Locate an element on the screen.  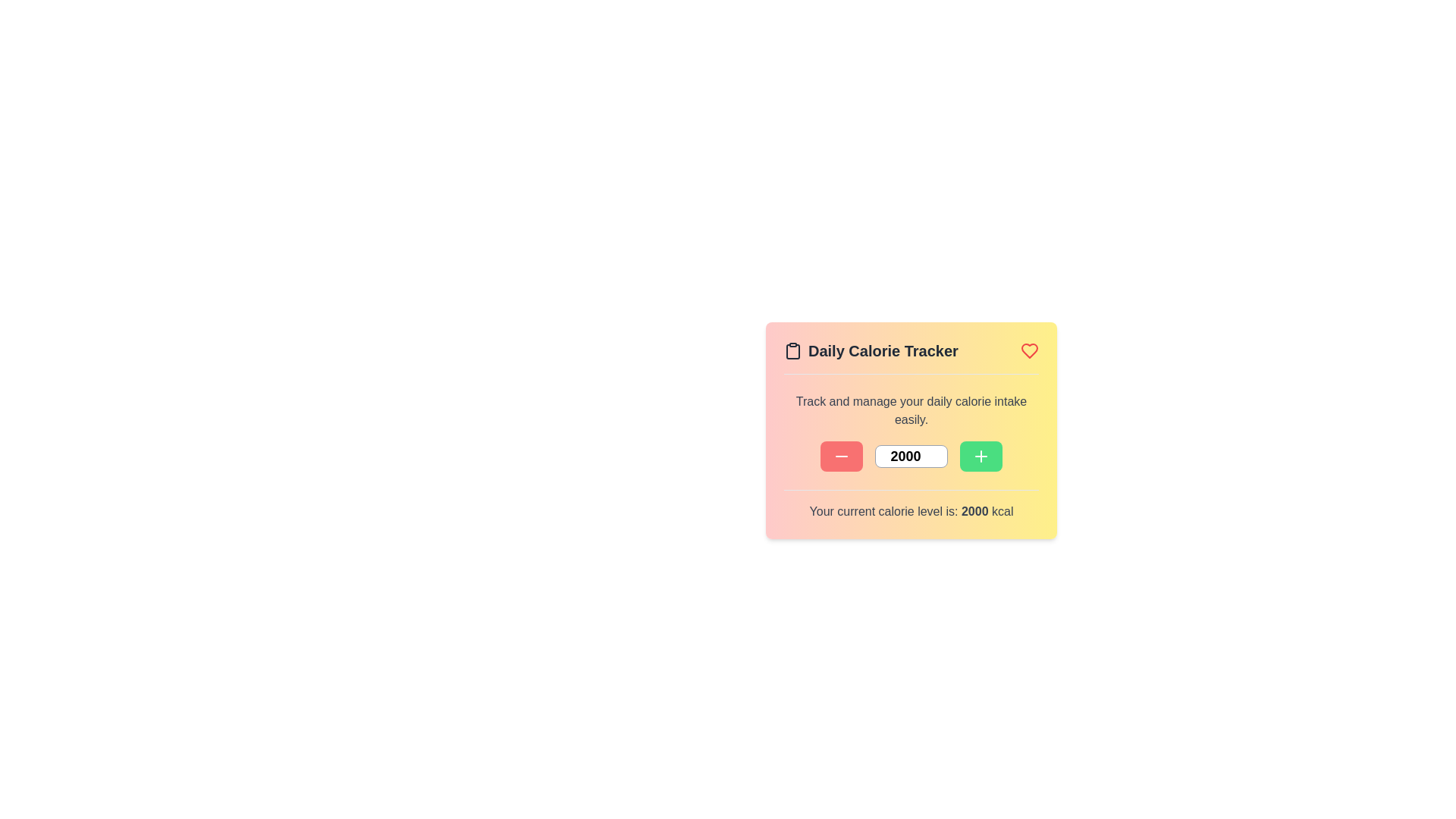
the calorie level is located at coordinates (910, 455).